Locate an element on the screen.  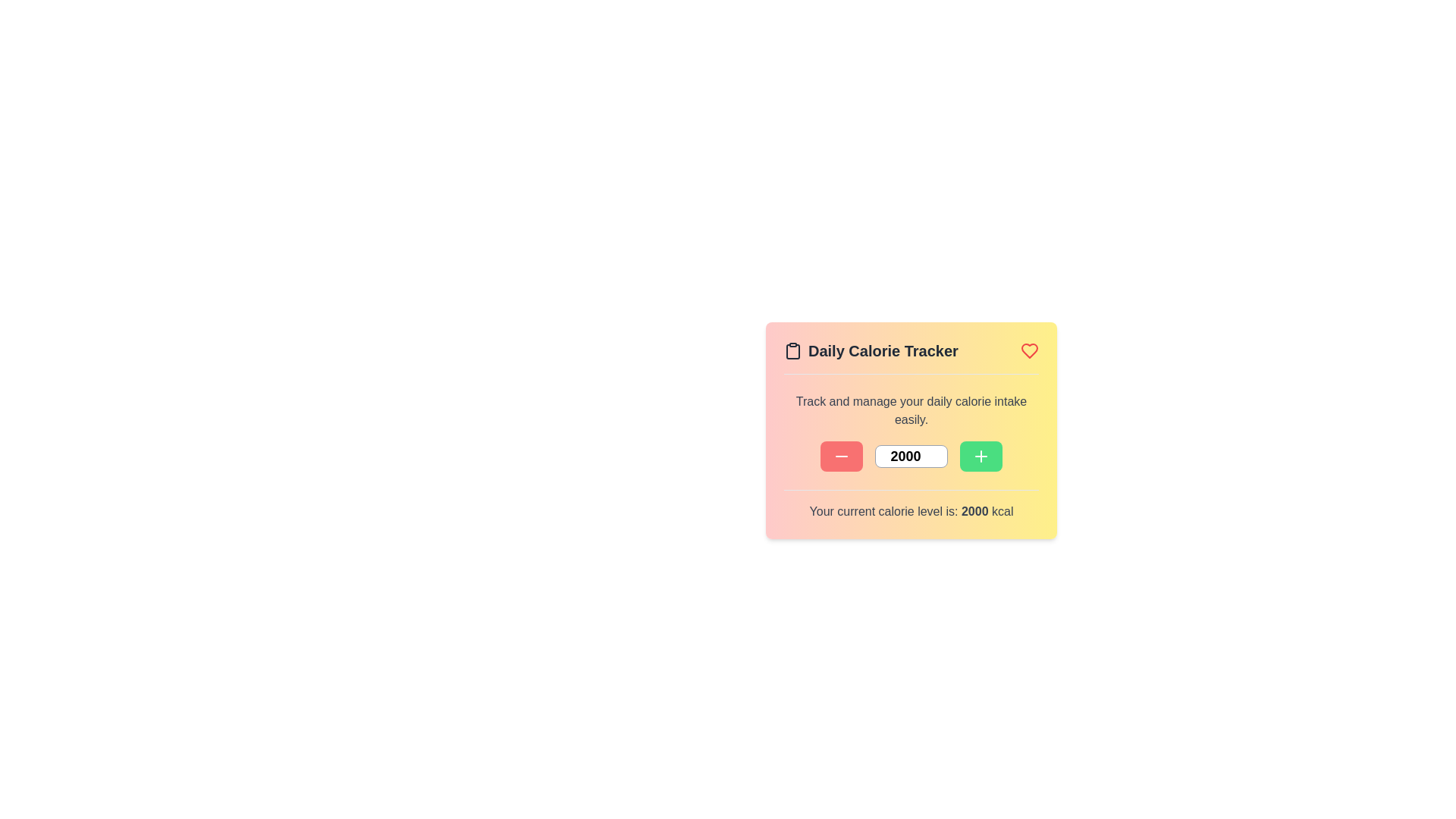
the calorie level is located at coordinates (910, 455).